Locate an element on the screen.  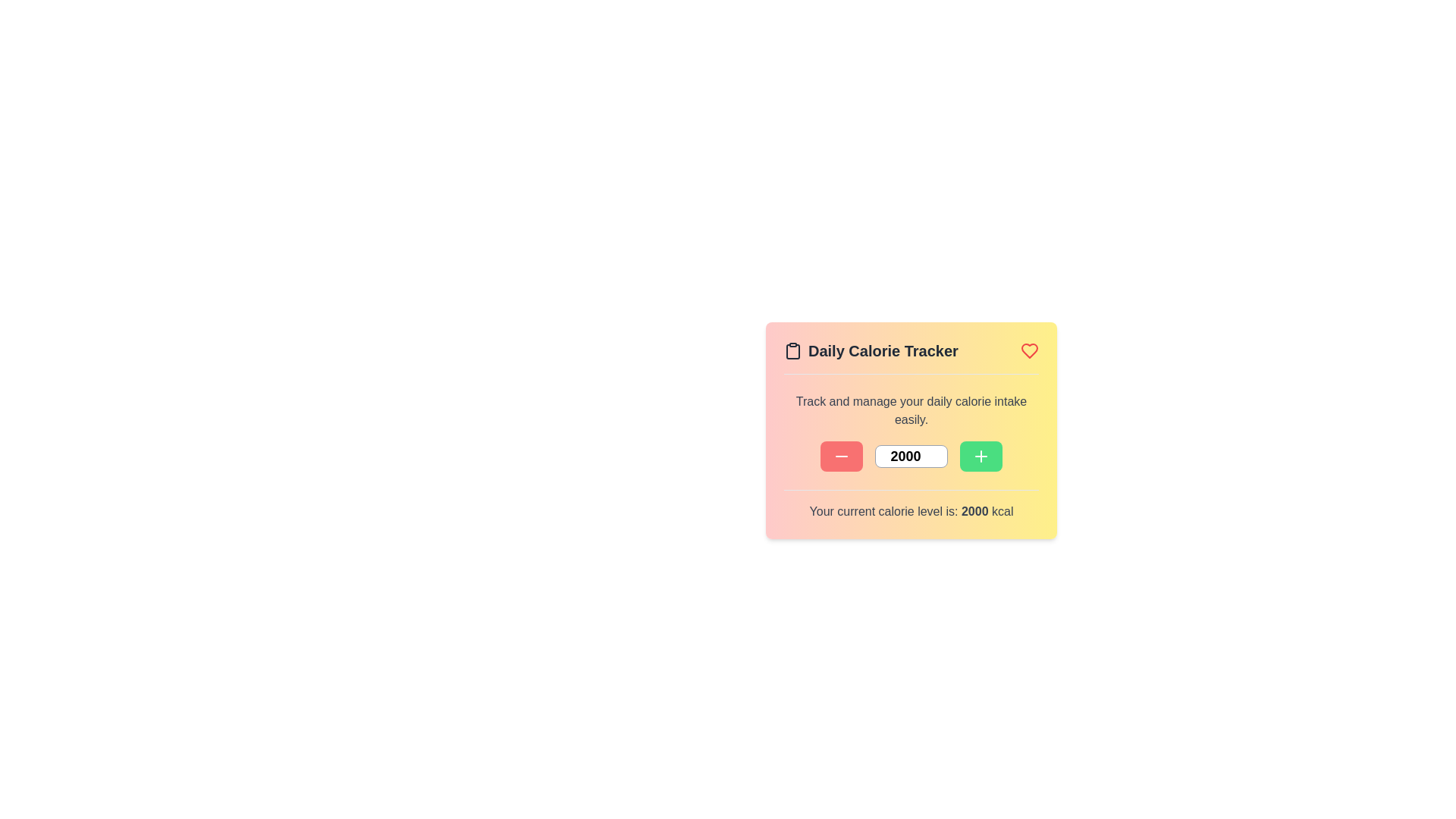
the calorie level is located at coordinates (910, 455).